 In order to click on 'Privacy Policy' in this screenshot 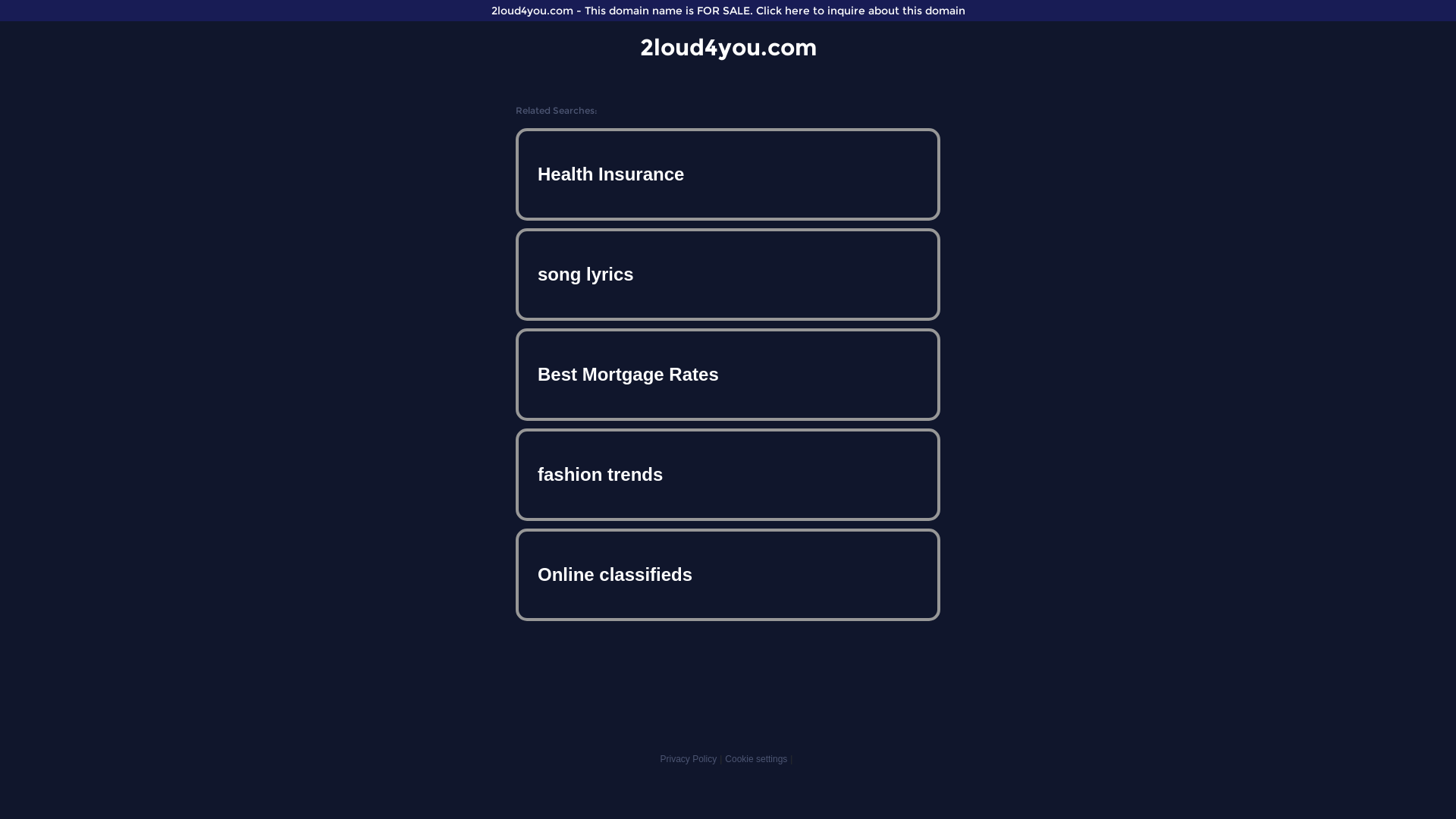, I will do `click(687, 759)`.